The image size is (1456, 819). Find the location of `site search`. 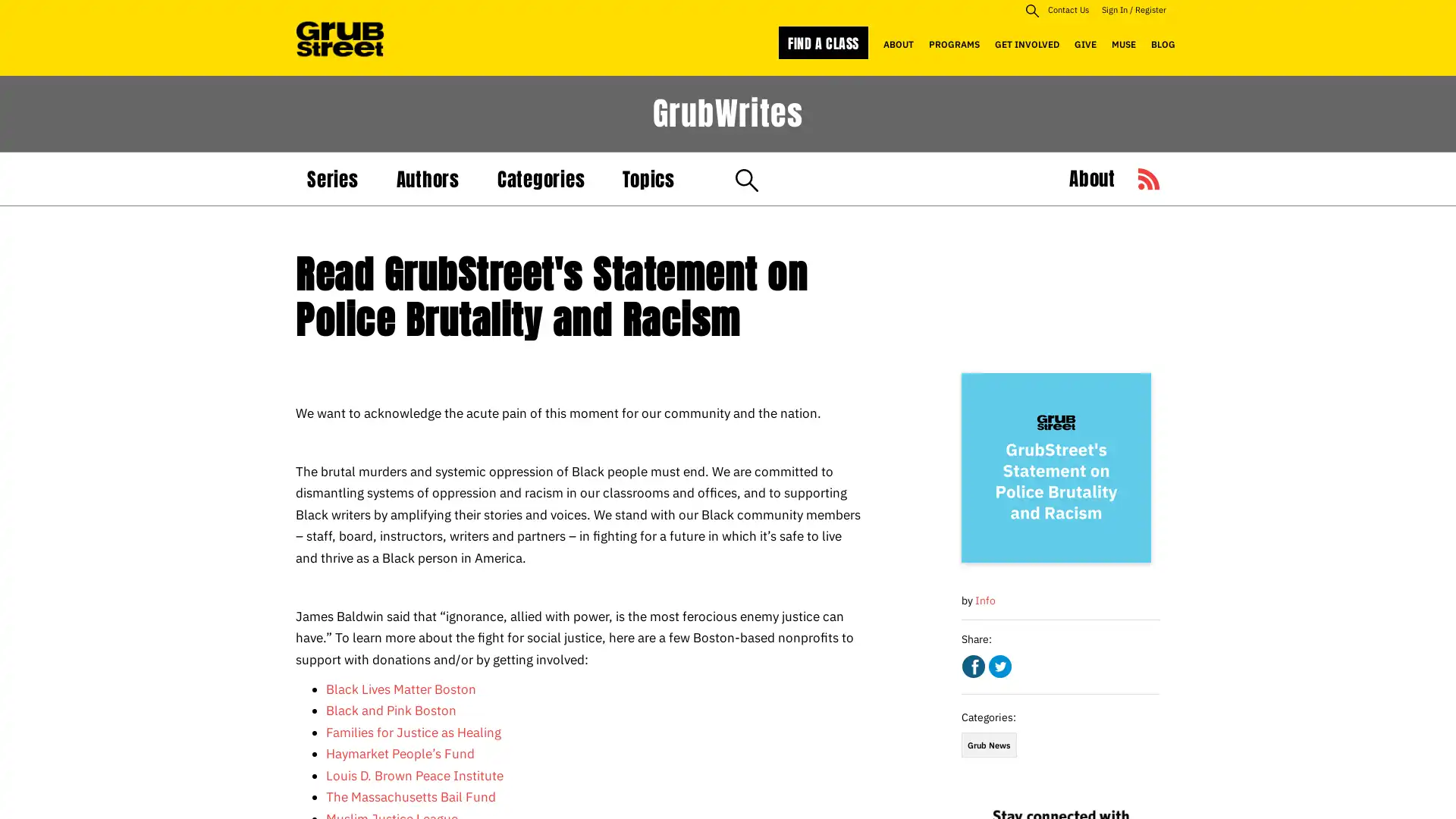

site search is located at coordinates (1031, 10).